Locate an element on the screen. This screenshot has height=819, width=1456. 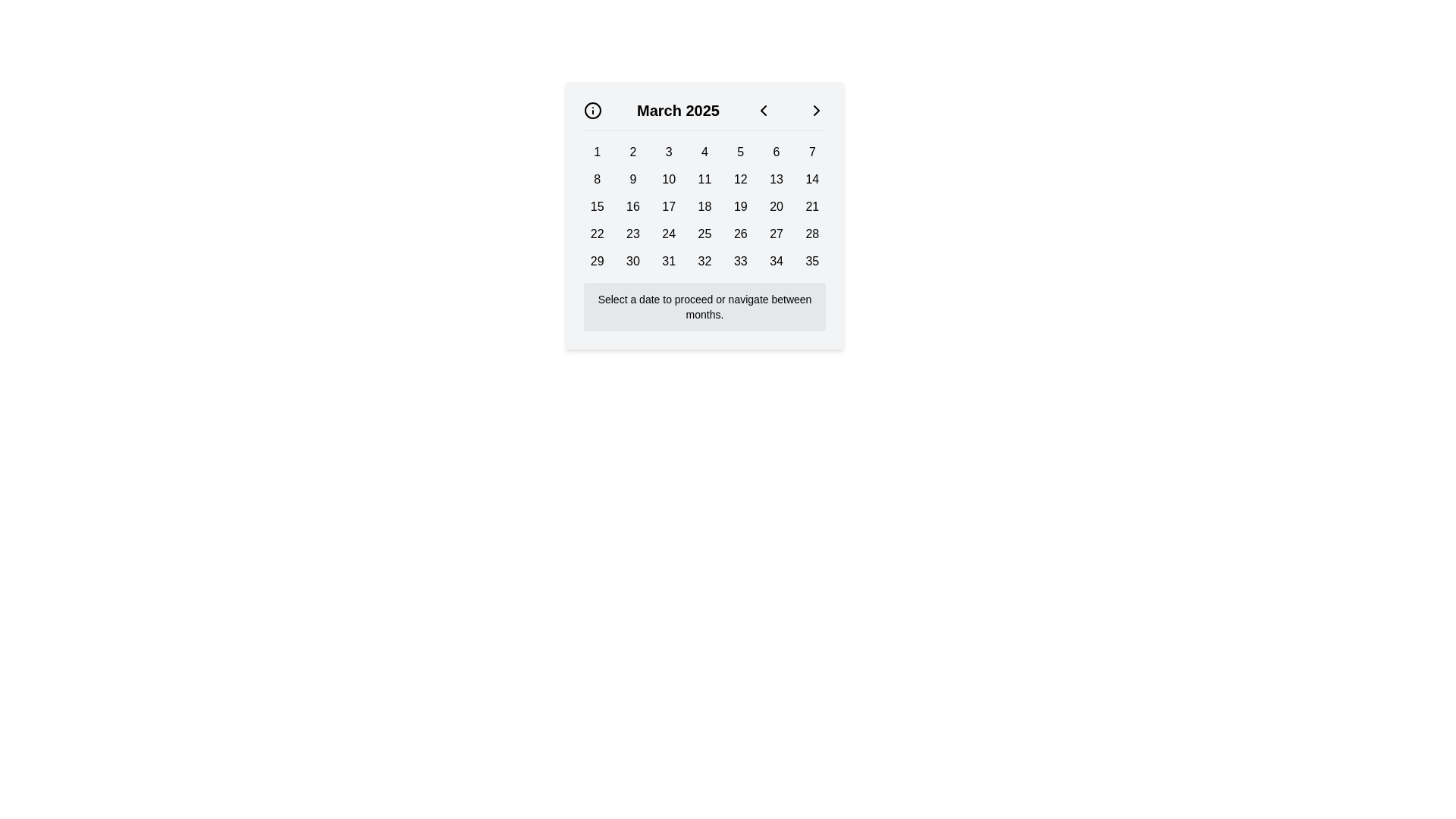
the button labeled '15' in the calendar grid is located at coordinates (596, 207).